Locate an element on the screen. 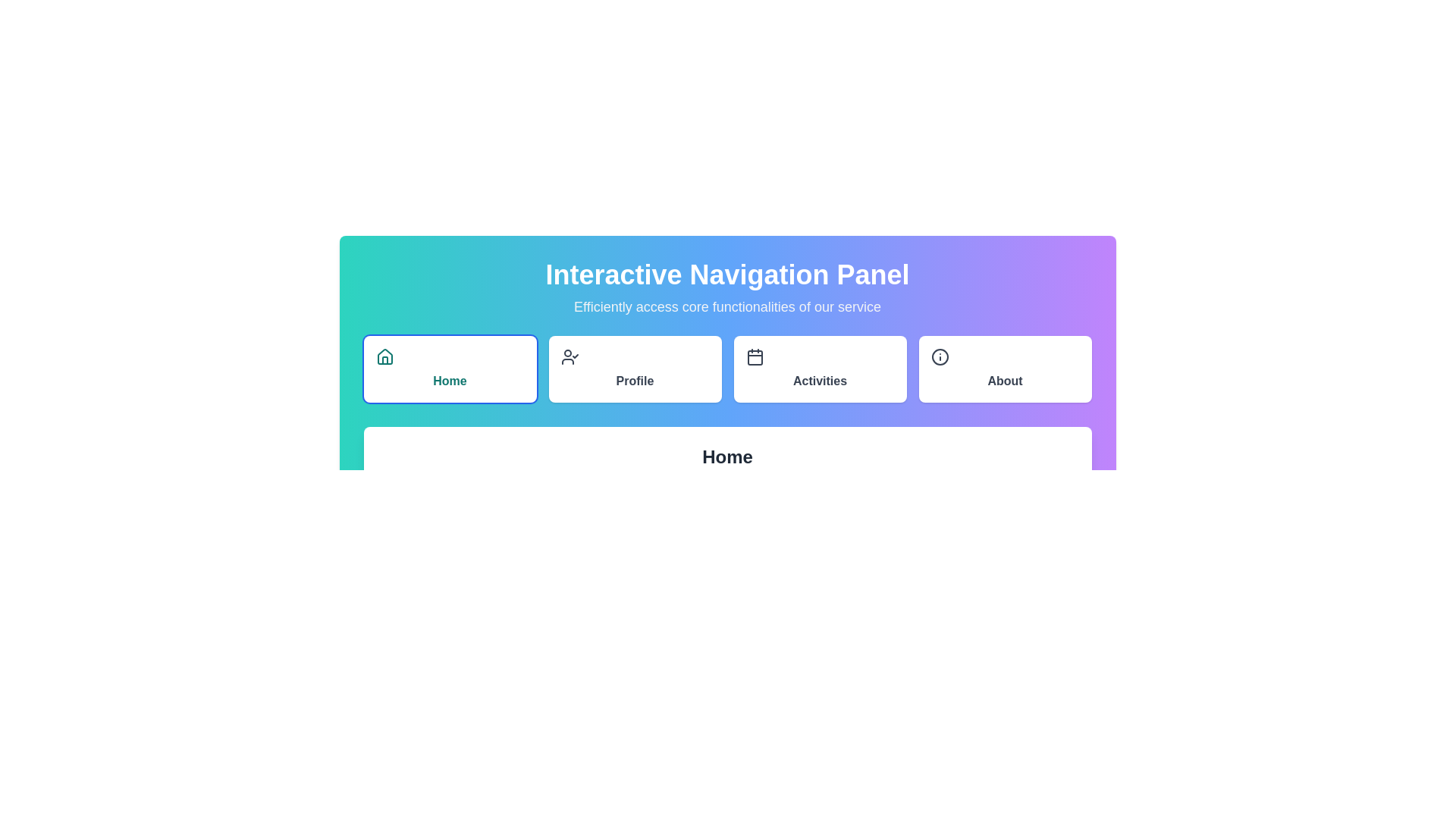 This screenshot has height=819, width=1456. the text label that provides additional context for the 'Interactive Navigation Panel' header, located below it is located at coordinates (726, 307).